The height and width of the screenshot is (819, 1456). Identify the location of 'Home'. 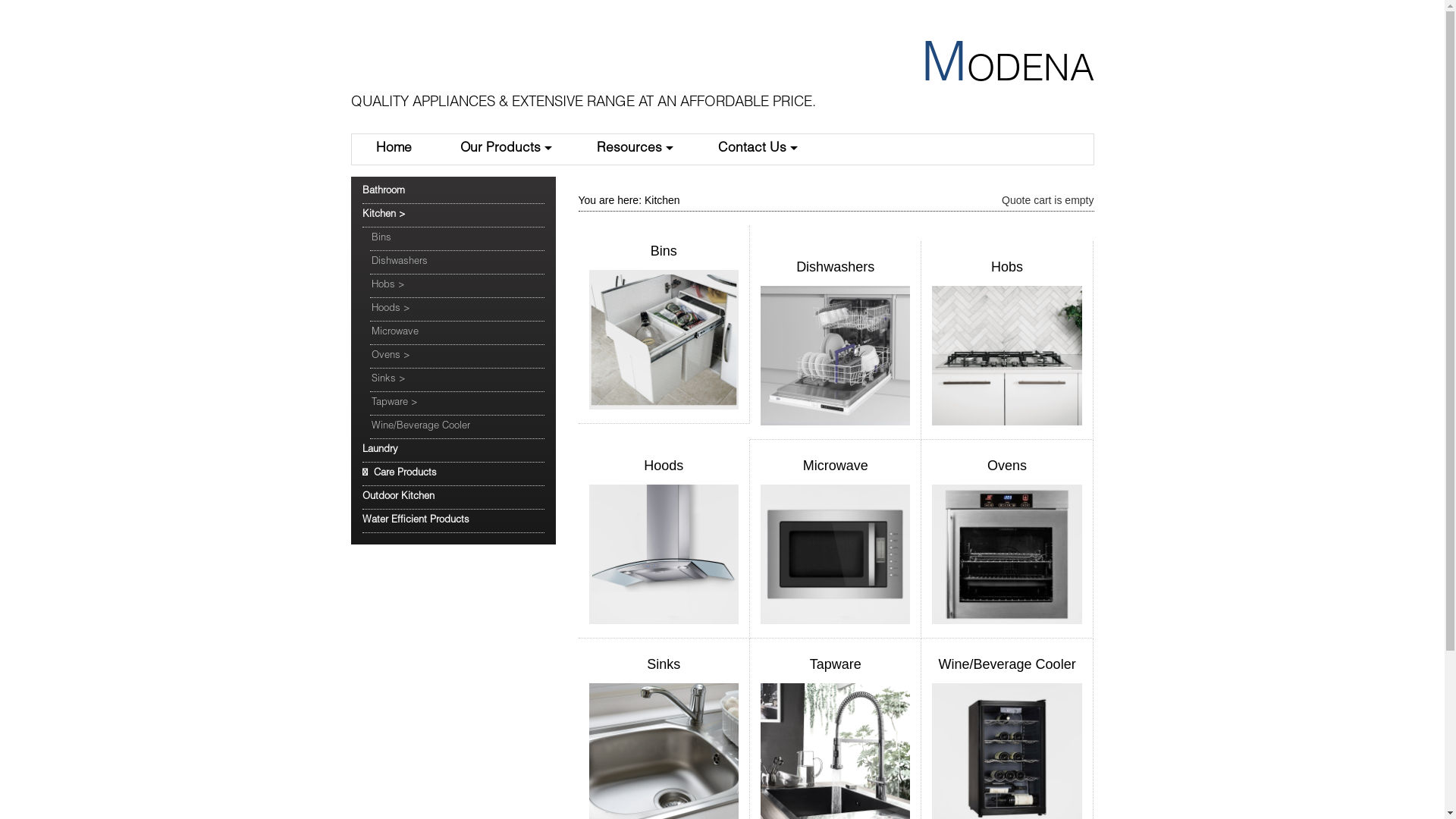
(394, 149).